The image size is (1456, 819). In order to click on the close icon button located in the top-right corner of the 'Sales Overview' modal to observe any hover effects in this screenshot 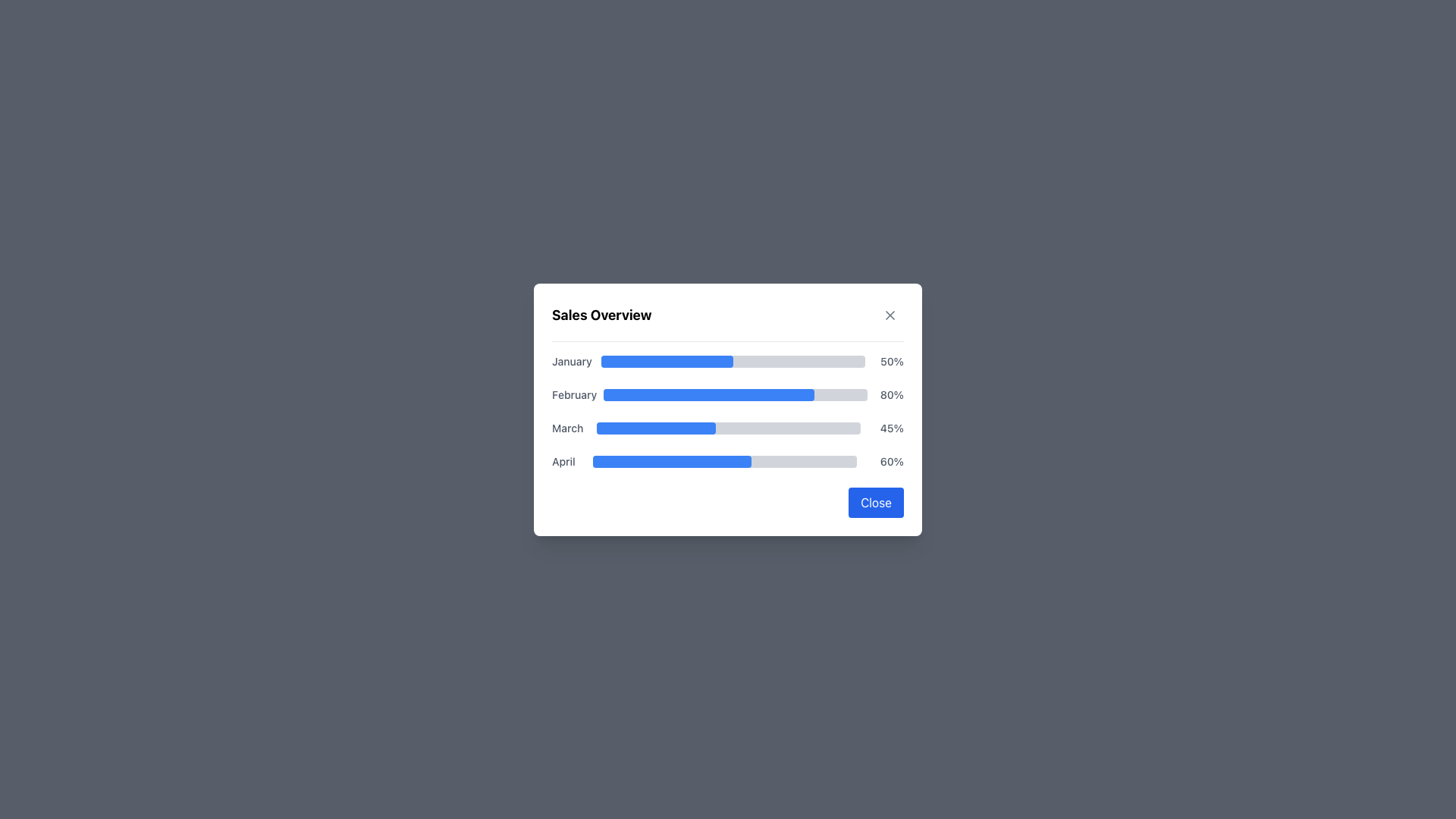, I will do `click(890, 314)`.